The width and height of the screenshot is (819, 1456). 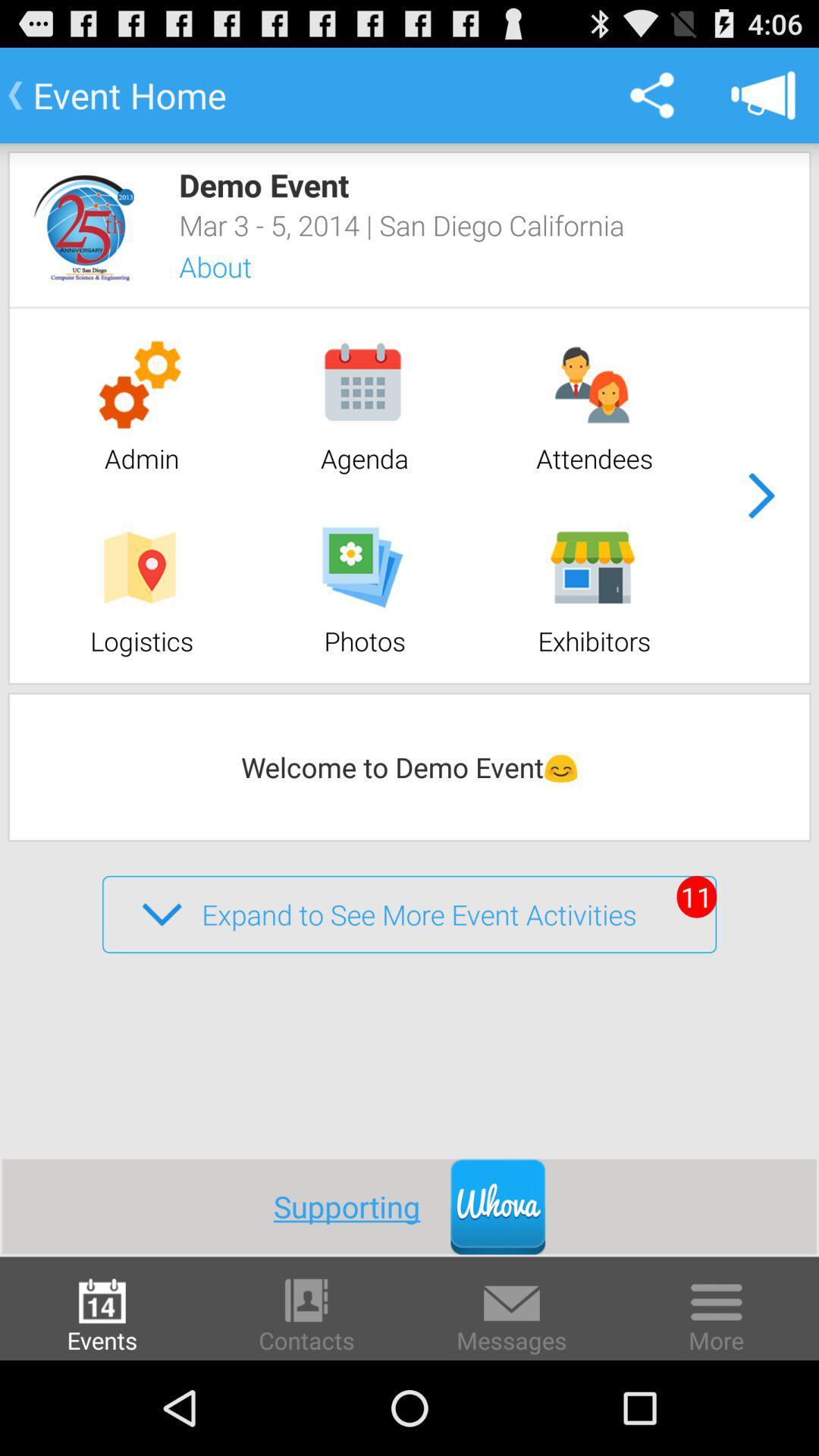 I want to click on item above demo event item, so click(x=763, y=94).